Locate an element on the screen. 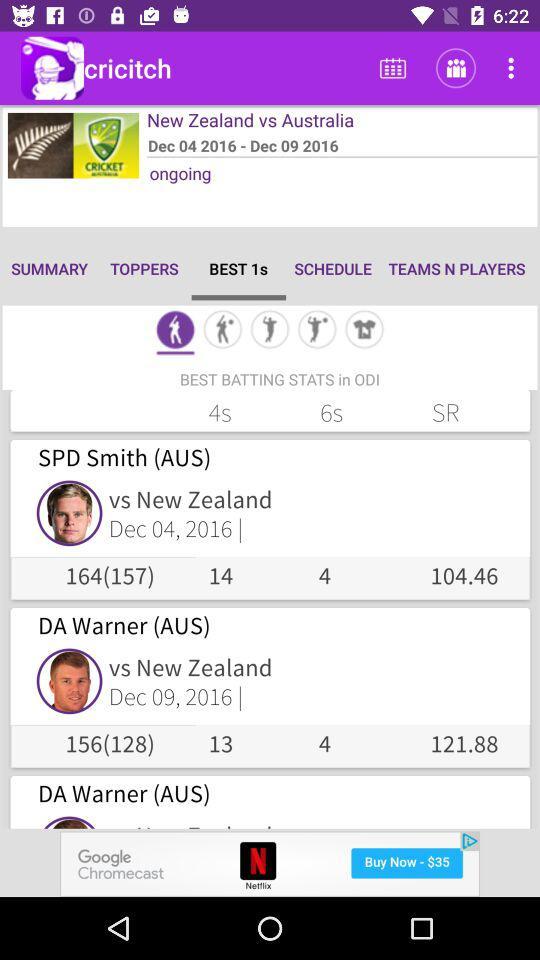 This screenshot has height=960, width=540. chromecast advertisement button is located at coordinates (270, 863).